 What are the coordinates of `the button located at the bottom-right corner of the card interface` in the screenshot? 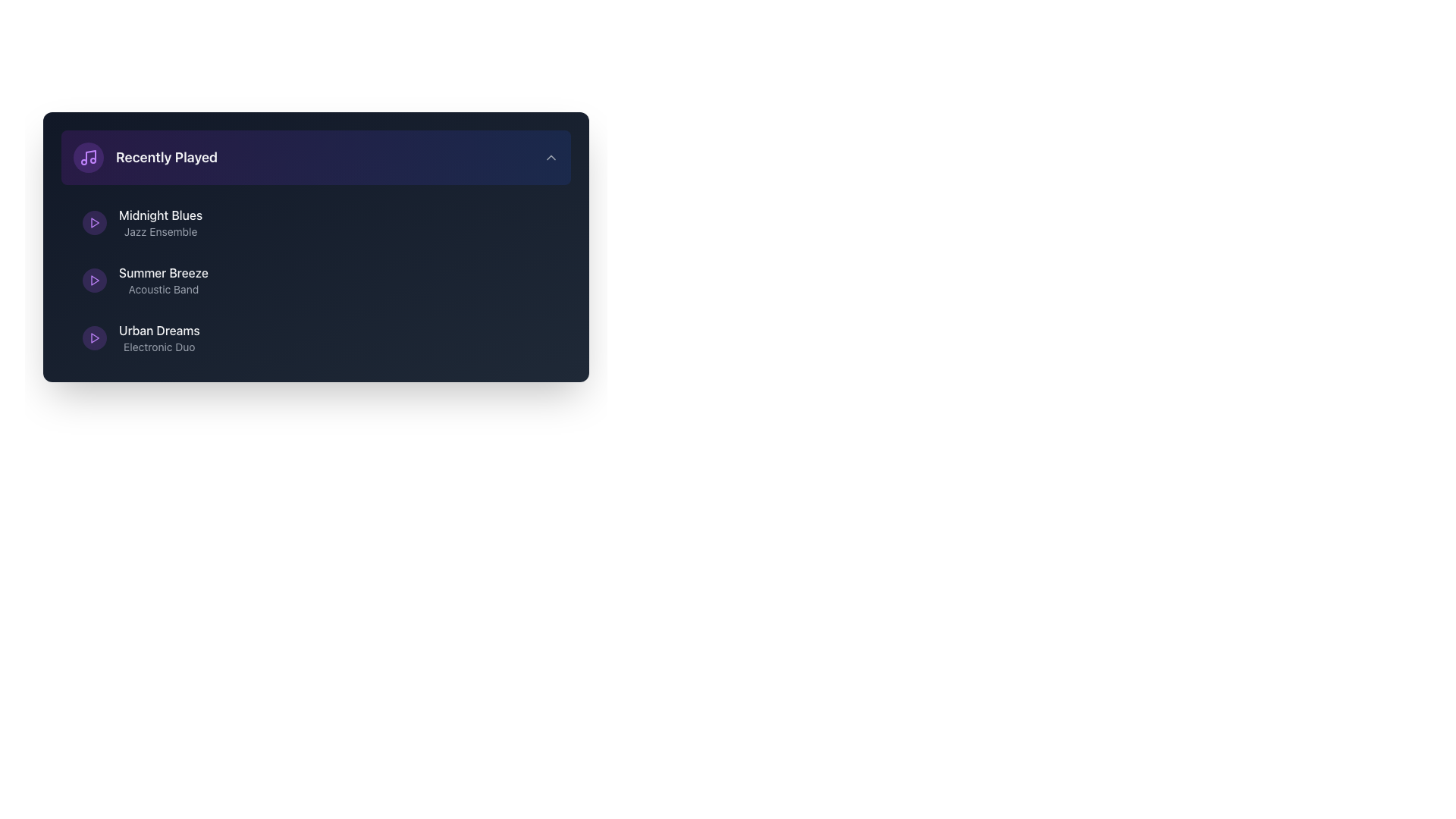 It's located at (548, 222).